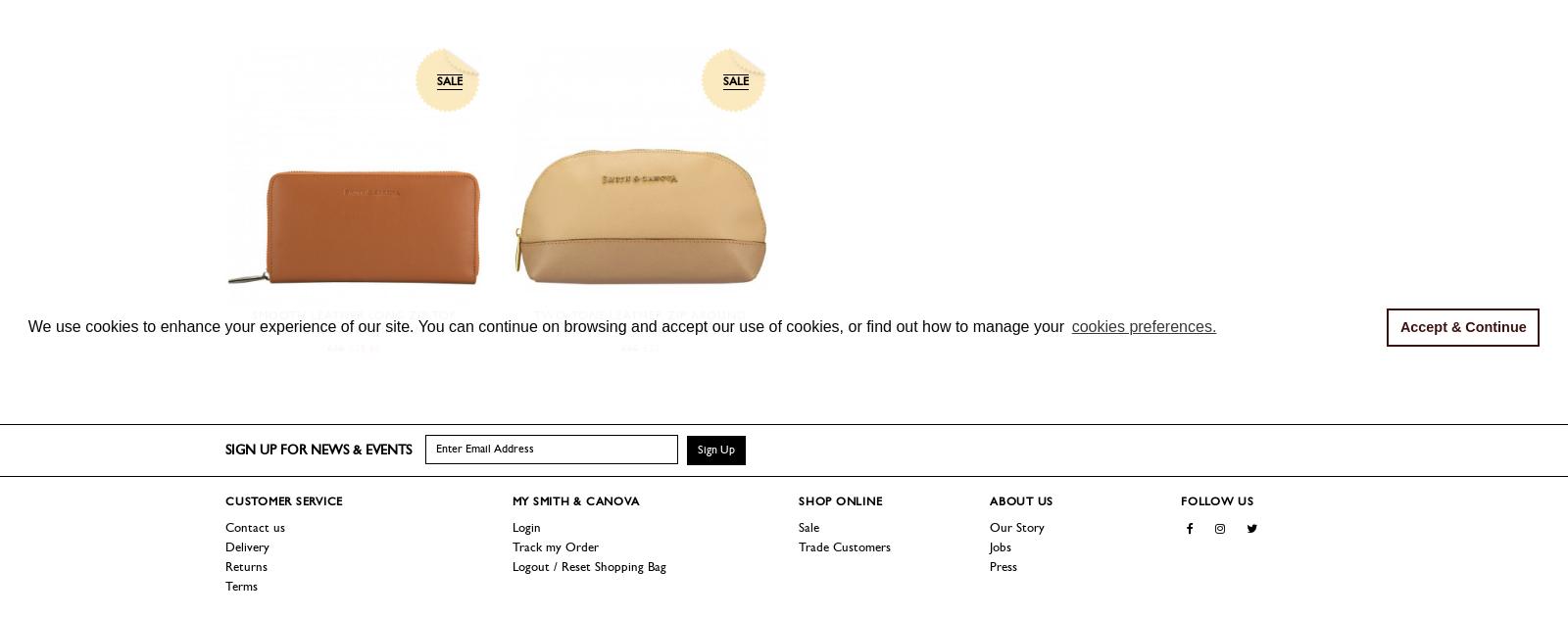 The width and height of the screenshot is (1568, 617). What do you see at coordinates (26, 325) in the screenshot?
I see `'We use cookies to enhance your experience of our site. You can continue on browsing and accept our use of cookies, or find out how to manage your'` at bounding box center [26, 325].